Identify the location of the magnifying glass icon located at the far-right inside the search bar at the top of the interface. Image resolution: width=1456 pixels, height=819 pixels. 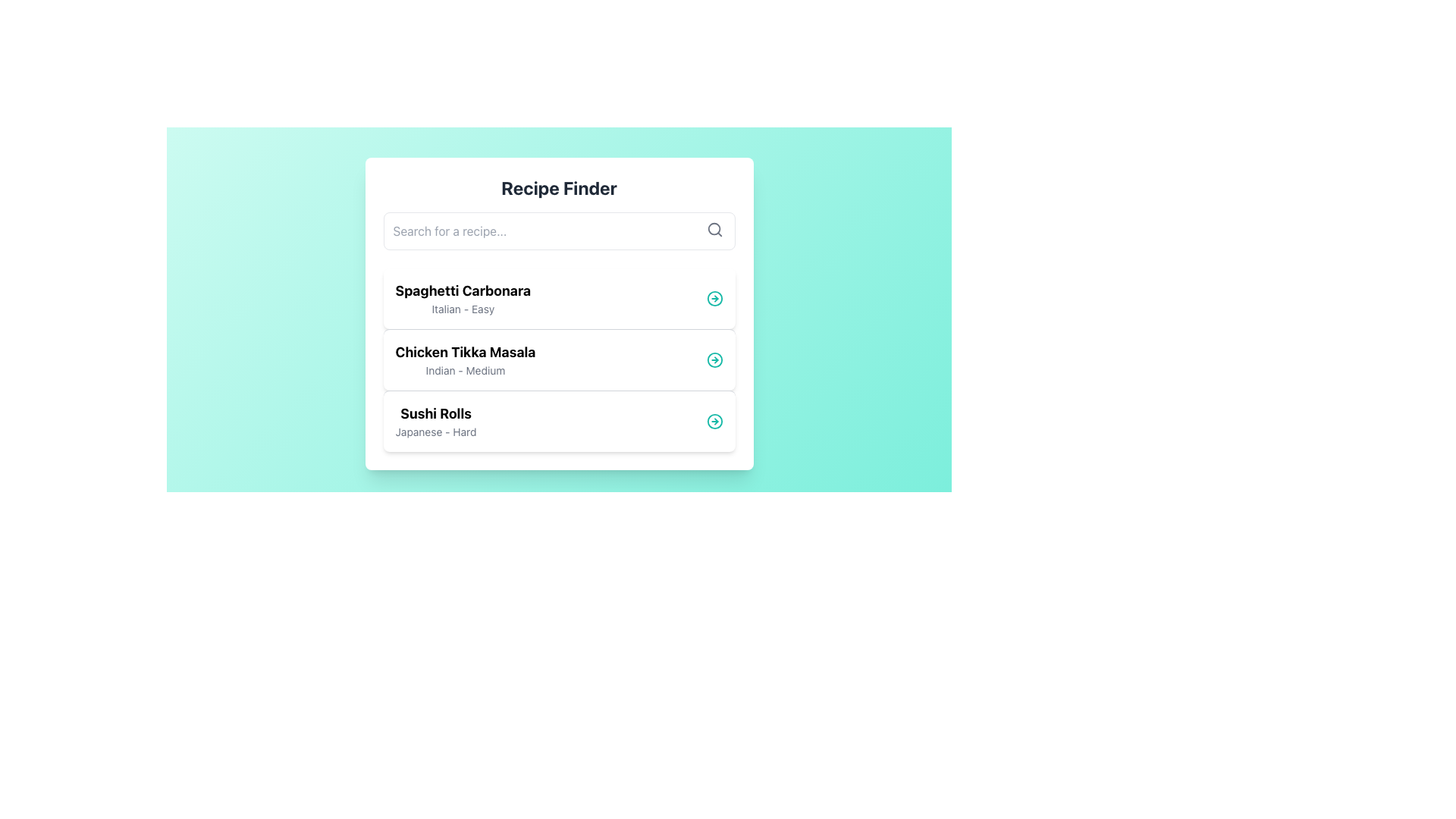
(714, 230).